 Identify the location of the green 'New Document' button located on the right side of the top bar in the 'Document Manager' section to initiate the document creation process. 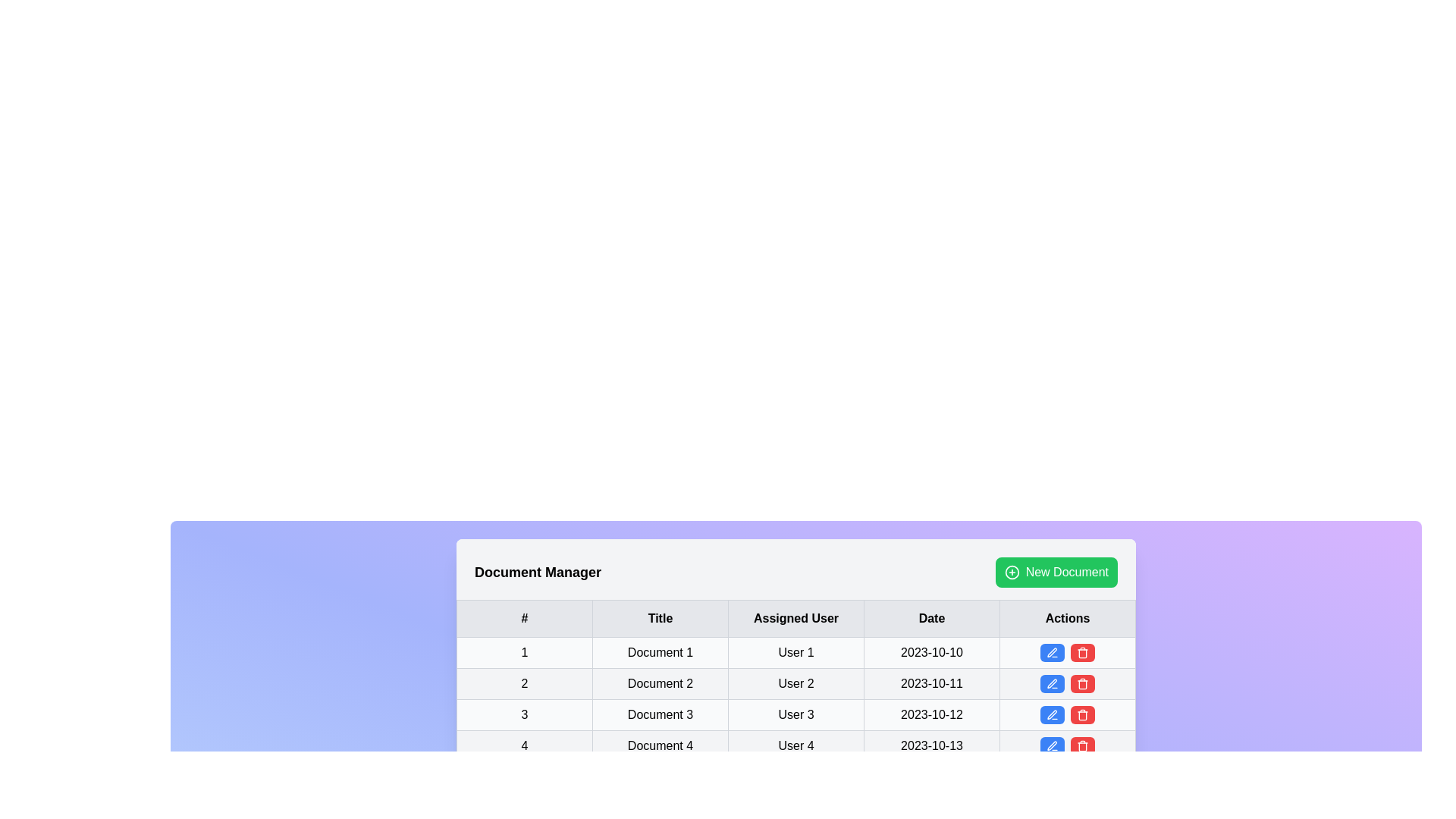
(1056, 573).